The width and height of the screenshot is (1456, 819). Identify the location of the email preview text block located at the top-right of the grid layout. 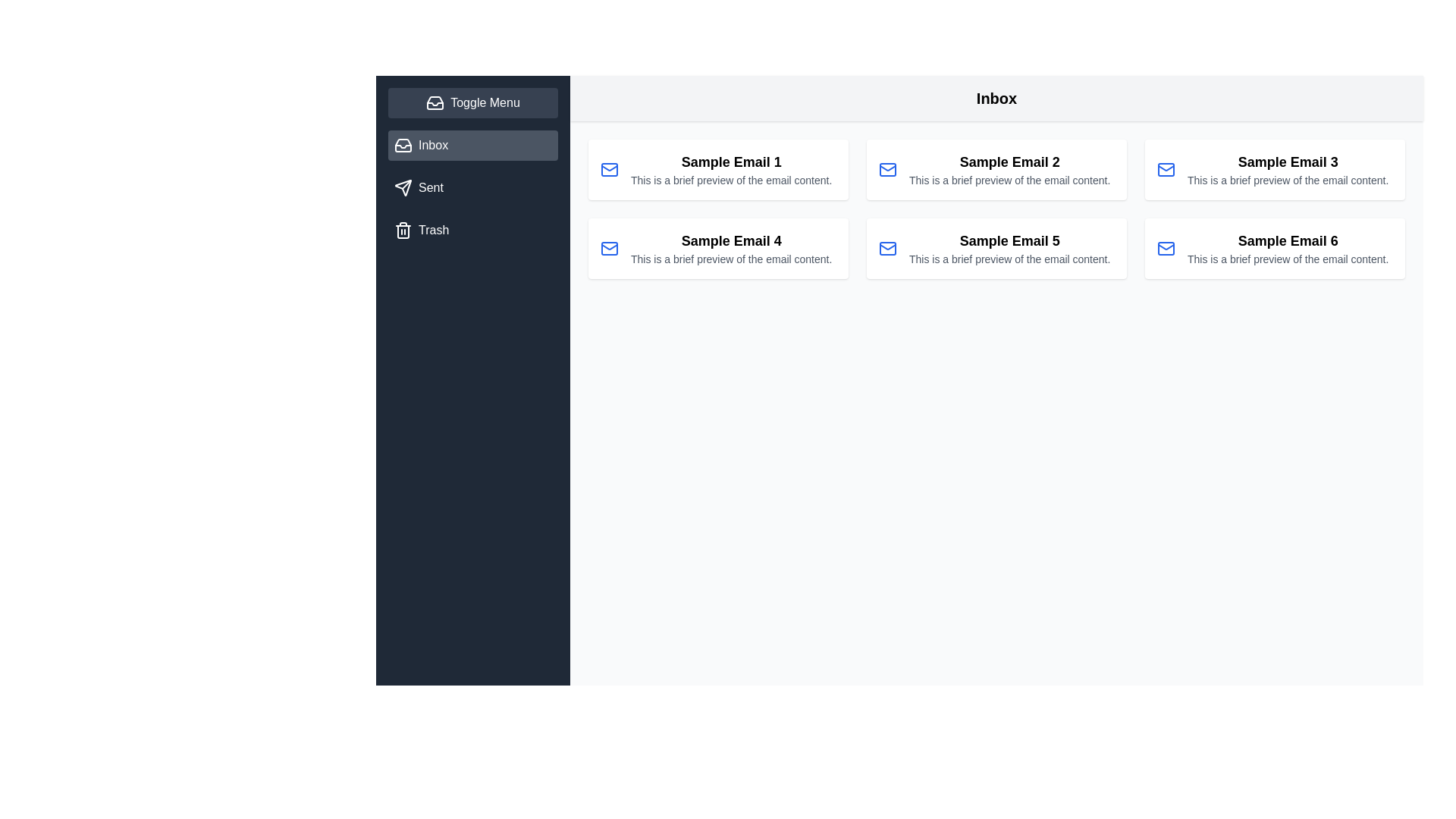
(1287, 169).